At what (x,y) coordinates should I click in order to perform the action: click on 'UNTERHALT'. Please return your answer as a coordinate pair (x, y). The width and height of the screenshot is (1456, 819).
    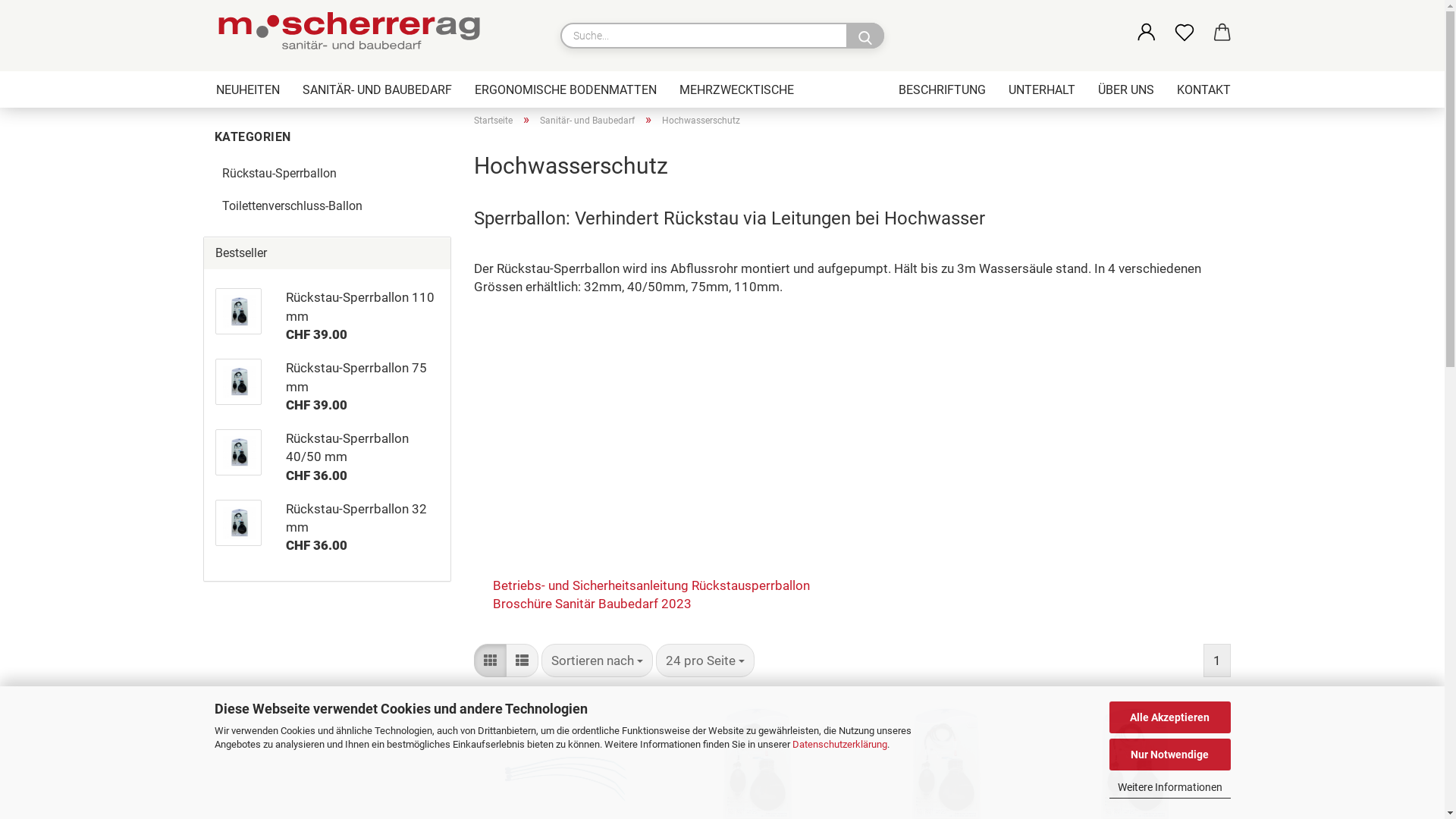
    Looking at the image, I should click on (1040, 89).